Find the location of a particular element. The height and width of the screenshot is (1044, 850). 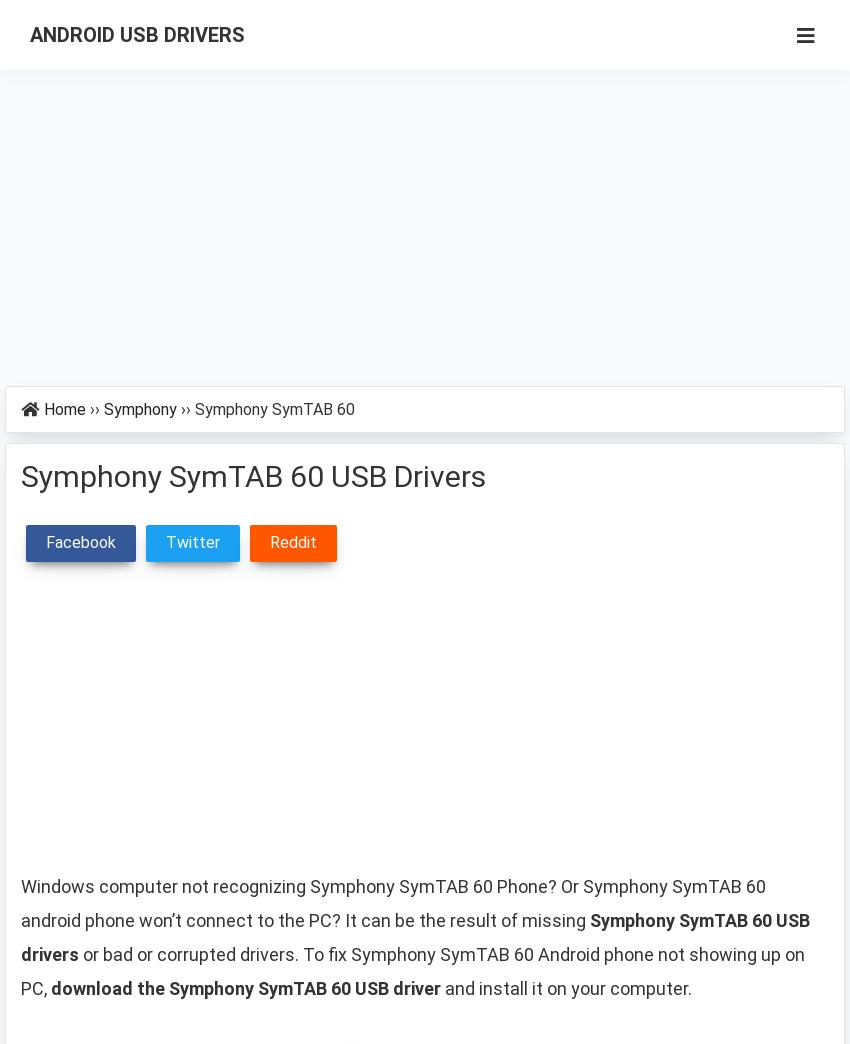

'Facebook' is located at coordinates (81, 541).